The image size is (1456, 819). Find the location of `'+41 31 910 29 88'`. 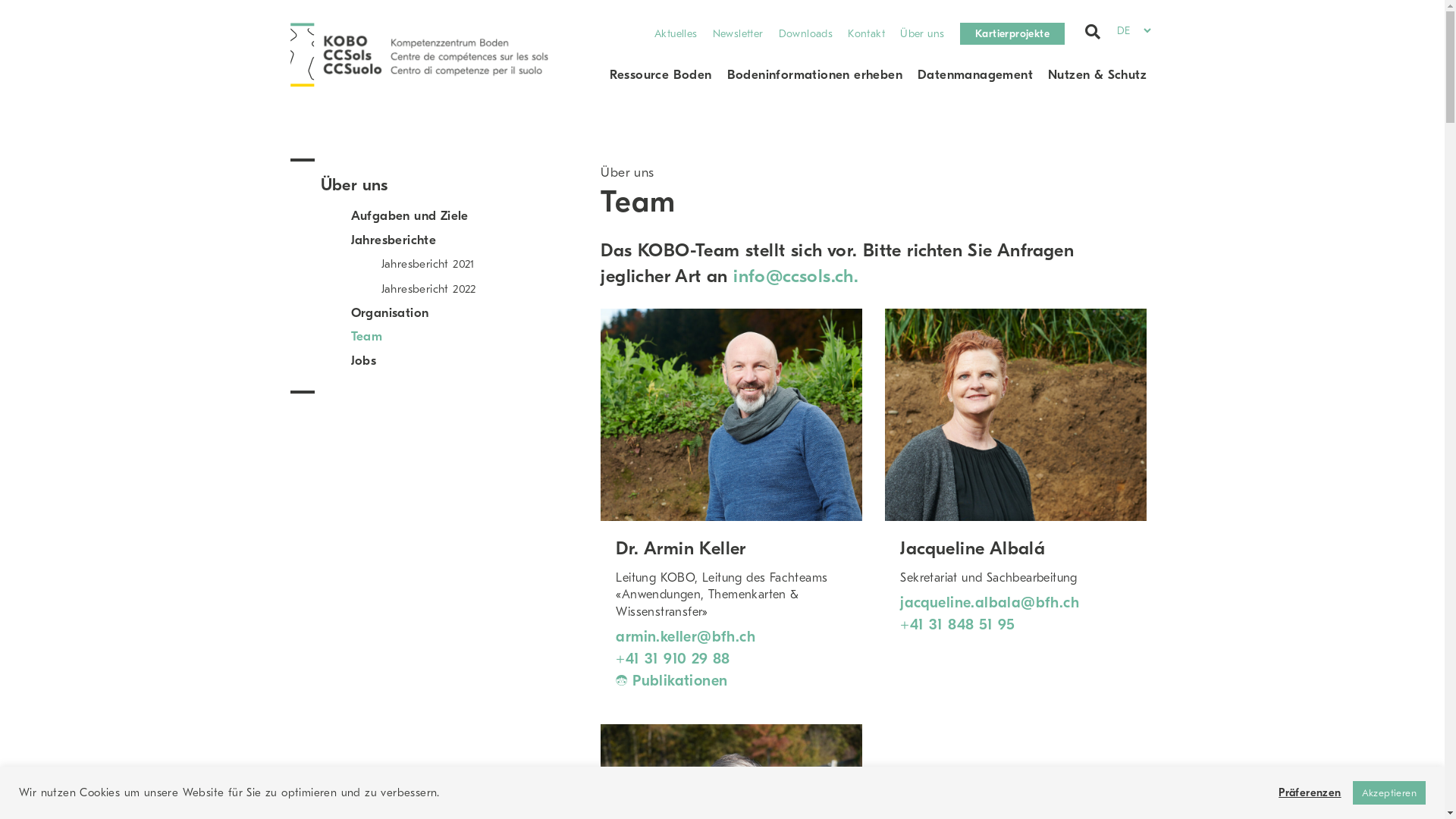

'+41 31 910 29 88' is located at coordinates (672, 657).